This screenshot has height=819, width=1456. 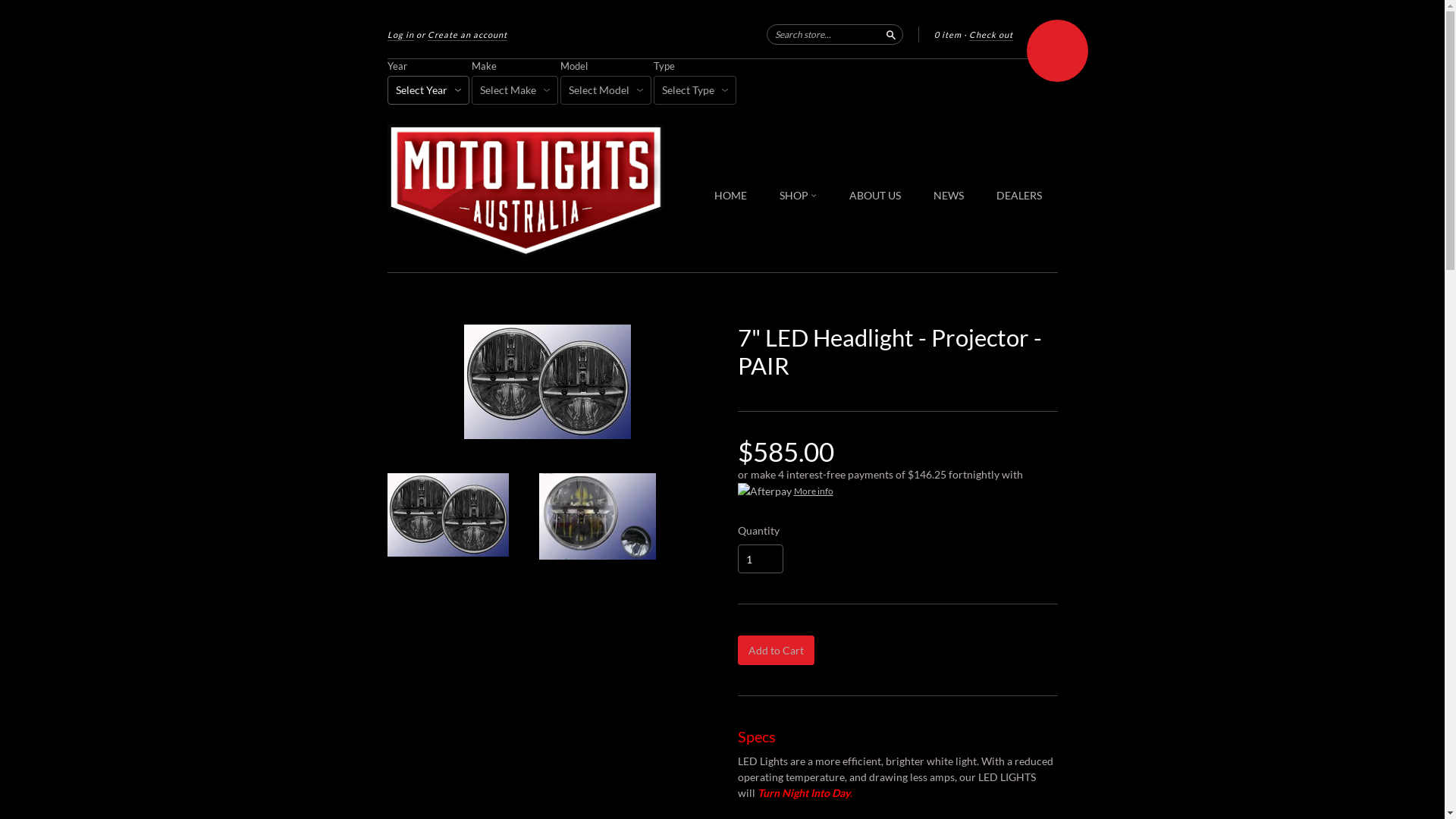 What do you see at coordinates (946, 34) in the screenshot?
I see `'0 item'` at bounding box center [946, 34].